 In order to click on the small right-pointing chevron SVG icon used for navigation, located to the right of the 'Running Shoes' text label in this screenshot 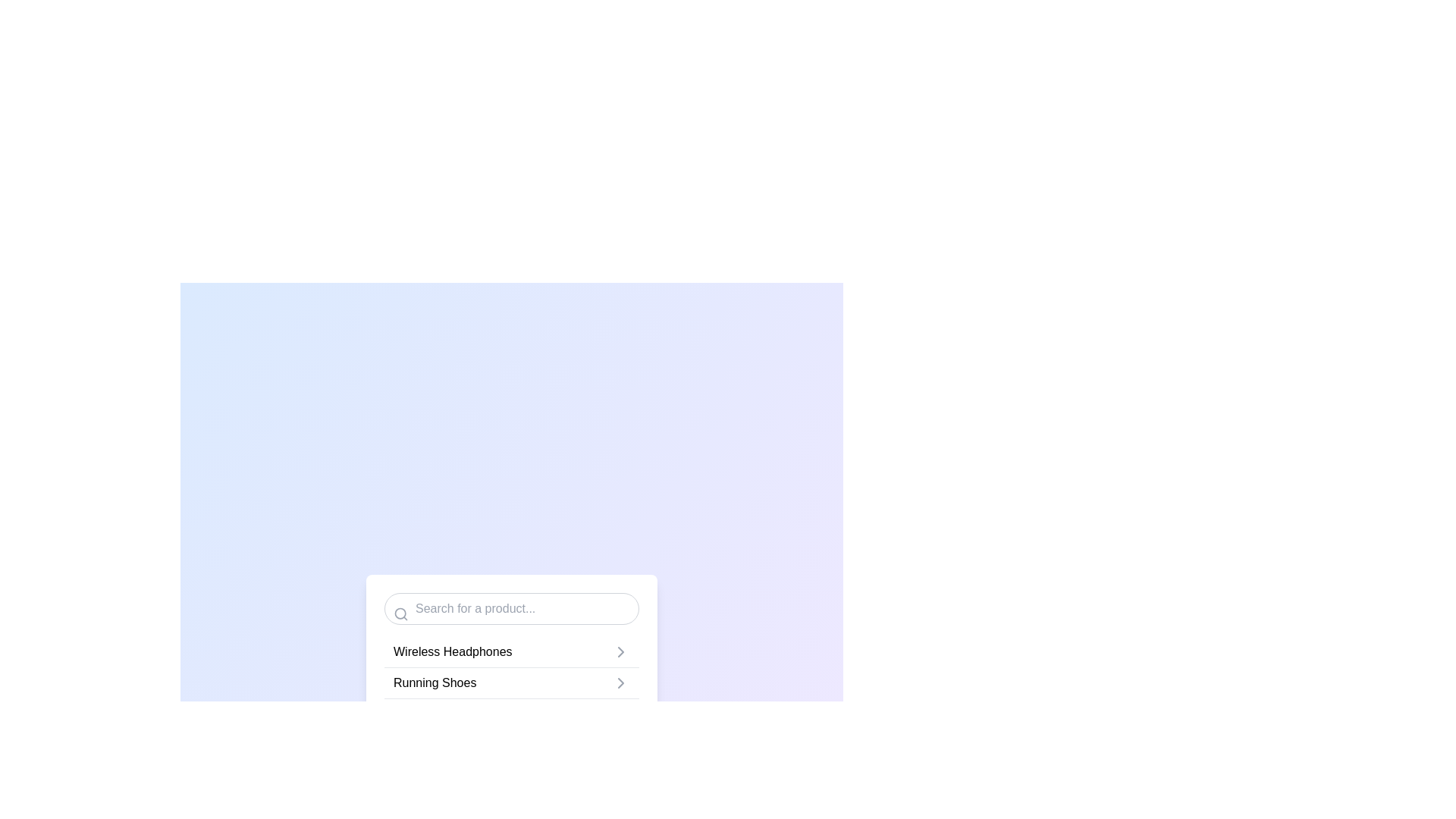, I will do `click(621, 683)`.